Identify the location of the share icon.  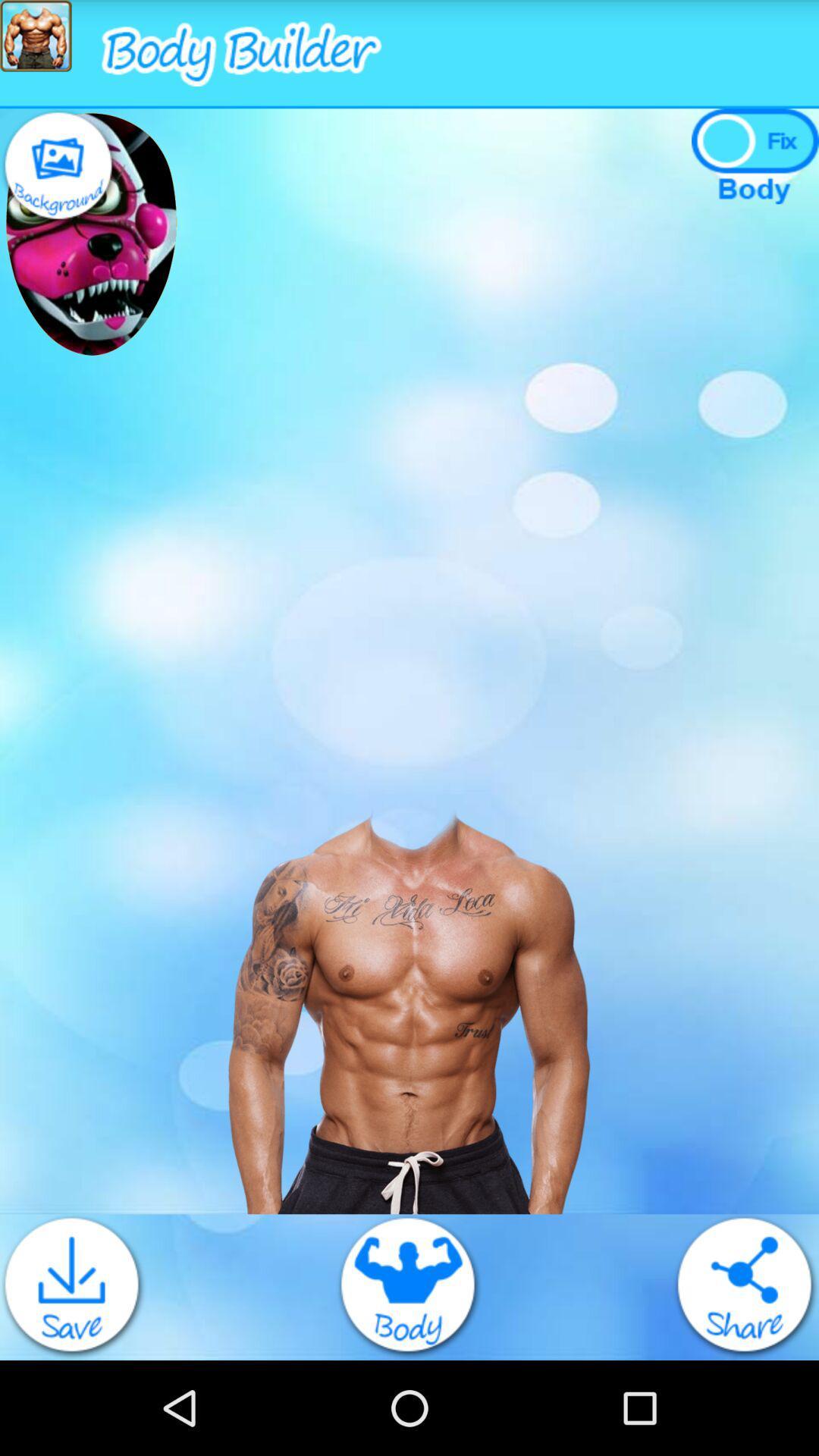
(745, 1377).